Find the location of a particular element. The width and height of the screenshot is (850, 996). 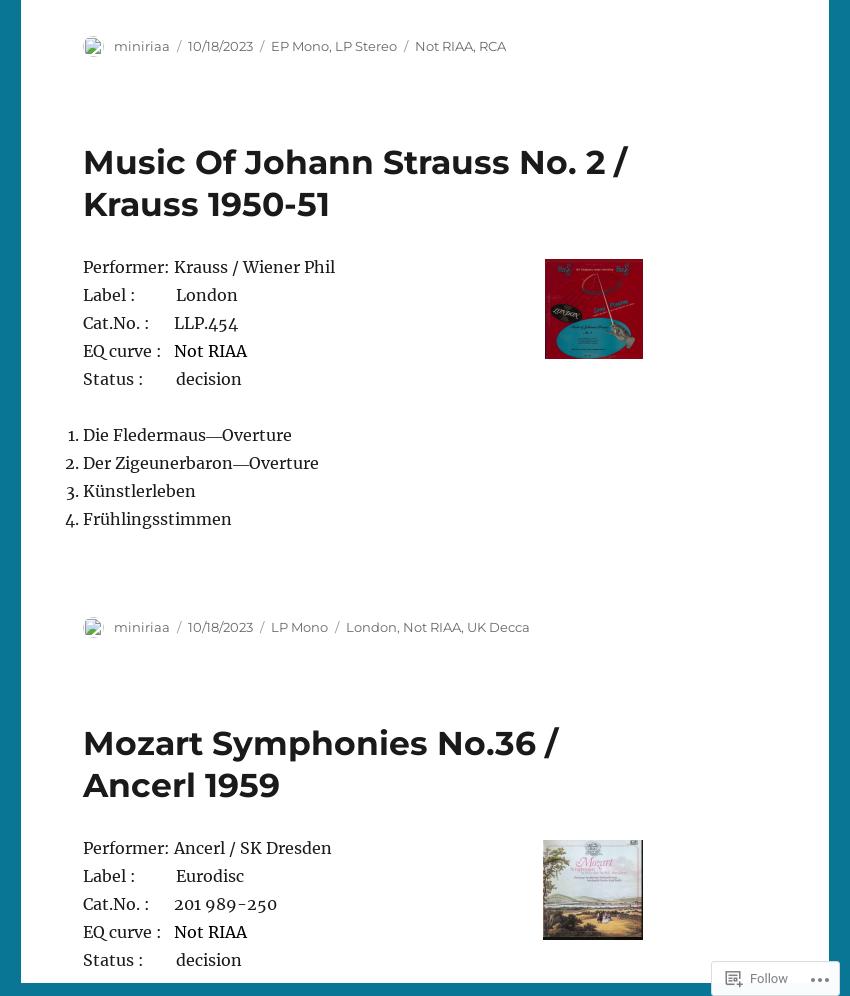

'Cat.No. :      LLP.454' is located at coordinates (82, 321).